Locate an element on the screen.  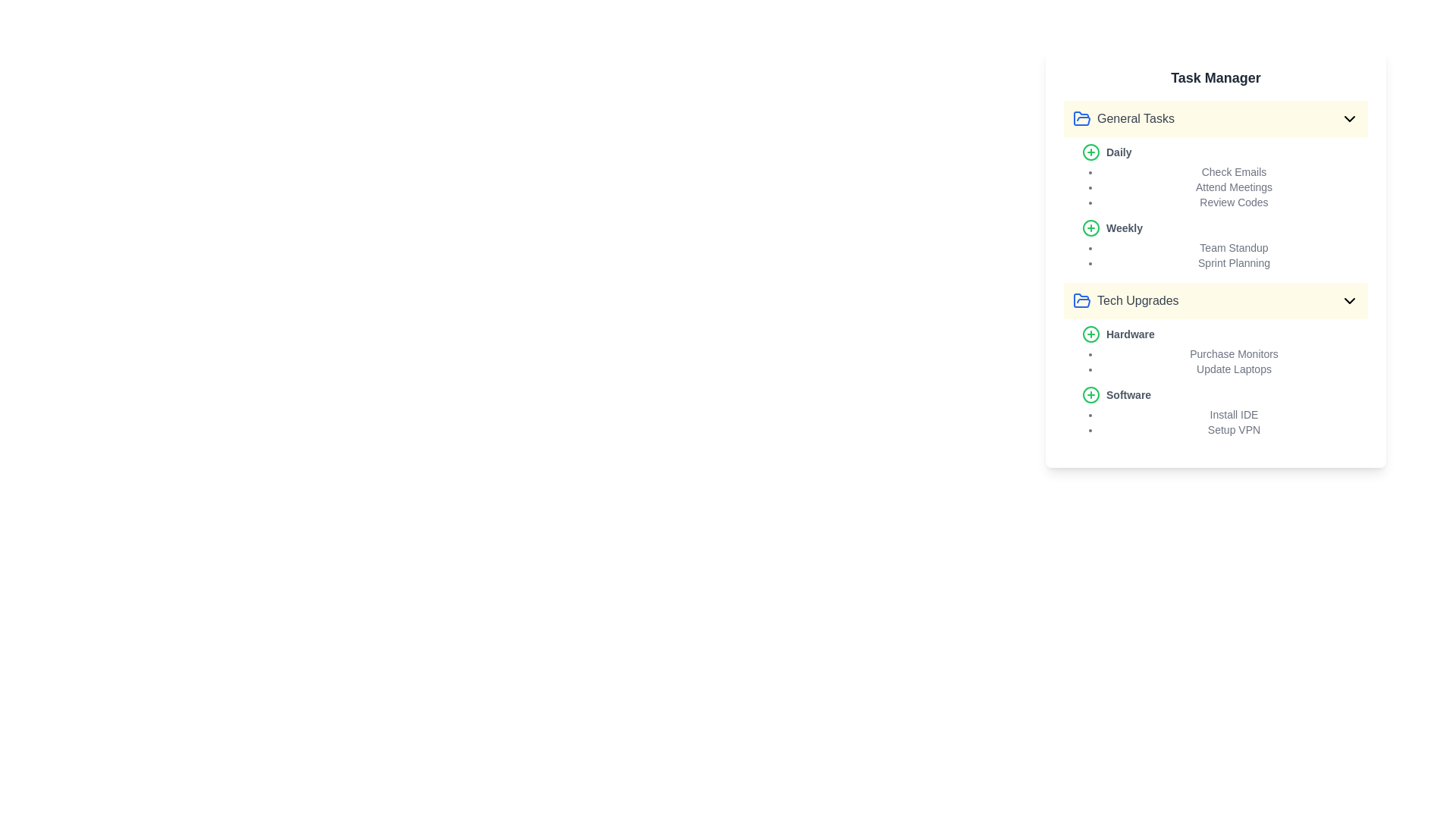
the 'Hardware' category header is located at coordinates (1225, 350).